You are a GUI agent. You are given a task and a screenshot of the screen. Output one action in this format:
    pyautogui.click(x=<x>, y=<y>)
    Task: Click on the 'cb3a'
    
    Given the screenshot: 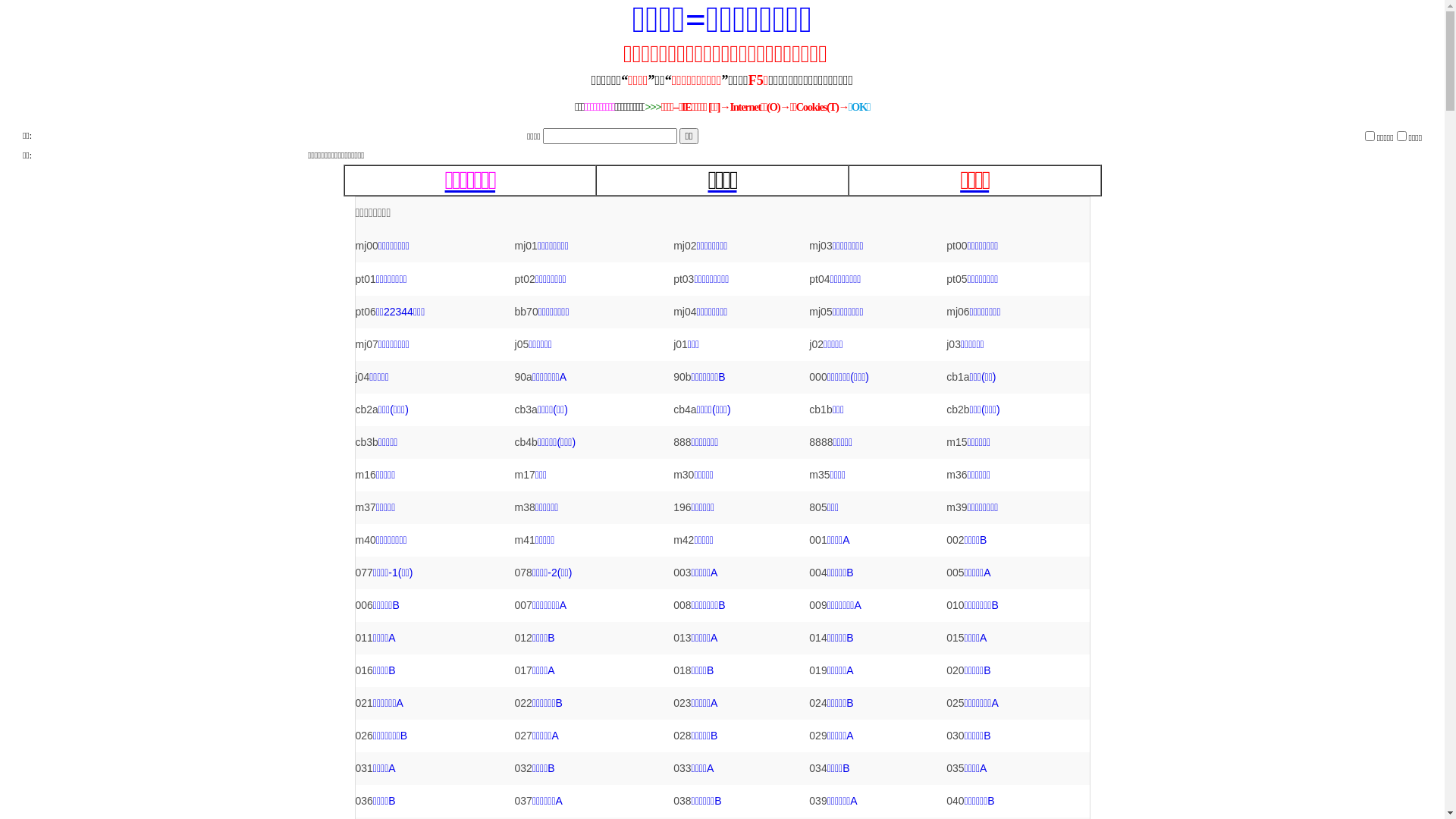 What is the action you would take?
    pyautogui.click(x=526, y=409)
    